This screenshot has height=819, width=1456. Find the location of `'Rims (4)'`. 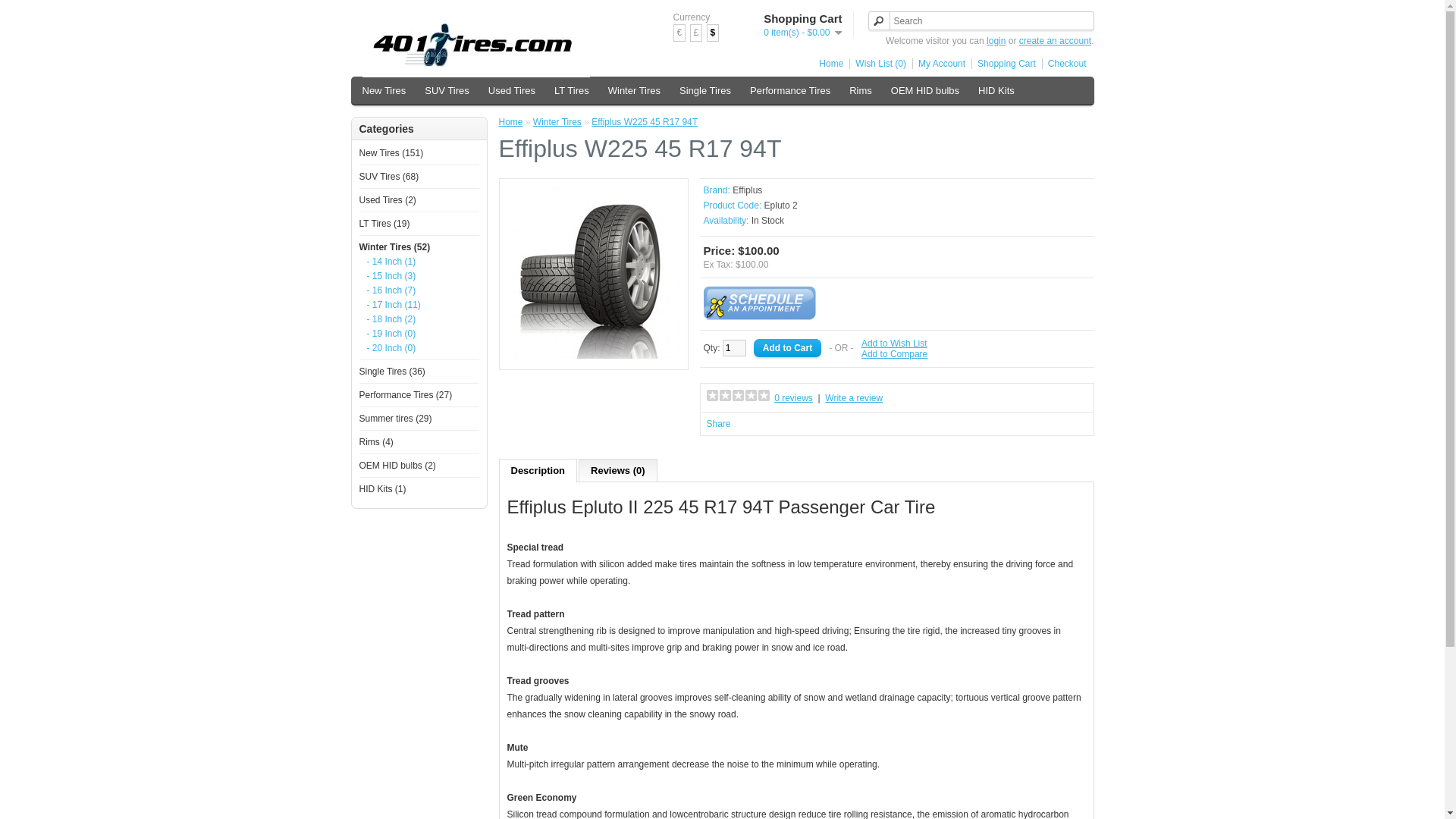

'Rims (4)' is located at coordinates (376, 441).